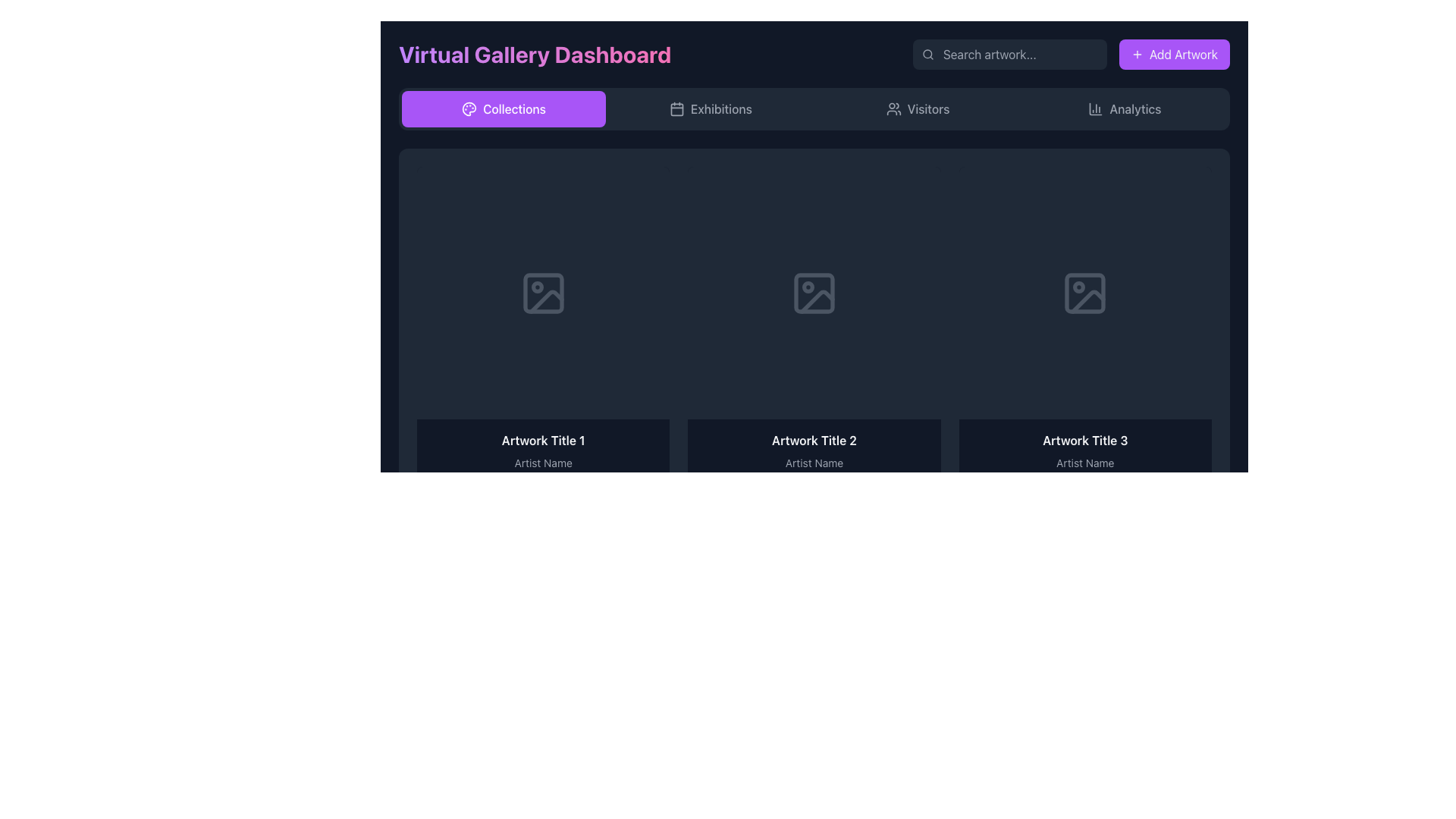  Describe the element at coordinates (469, 108) in the screenshot. I see `the painter's palette icon located to the left of the 'Collections' button in the top navigation bar, which is visually characterized by a circular outline and smaller circular indentations representing paint wells` at that location.